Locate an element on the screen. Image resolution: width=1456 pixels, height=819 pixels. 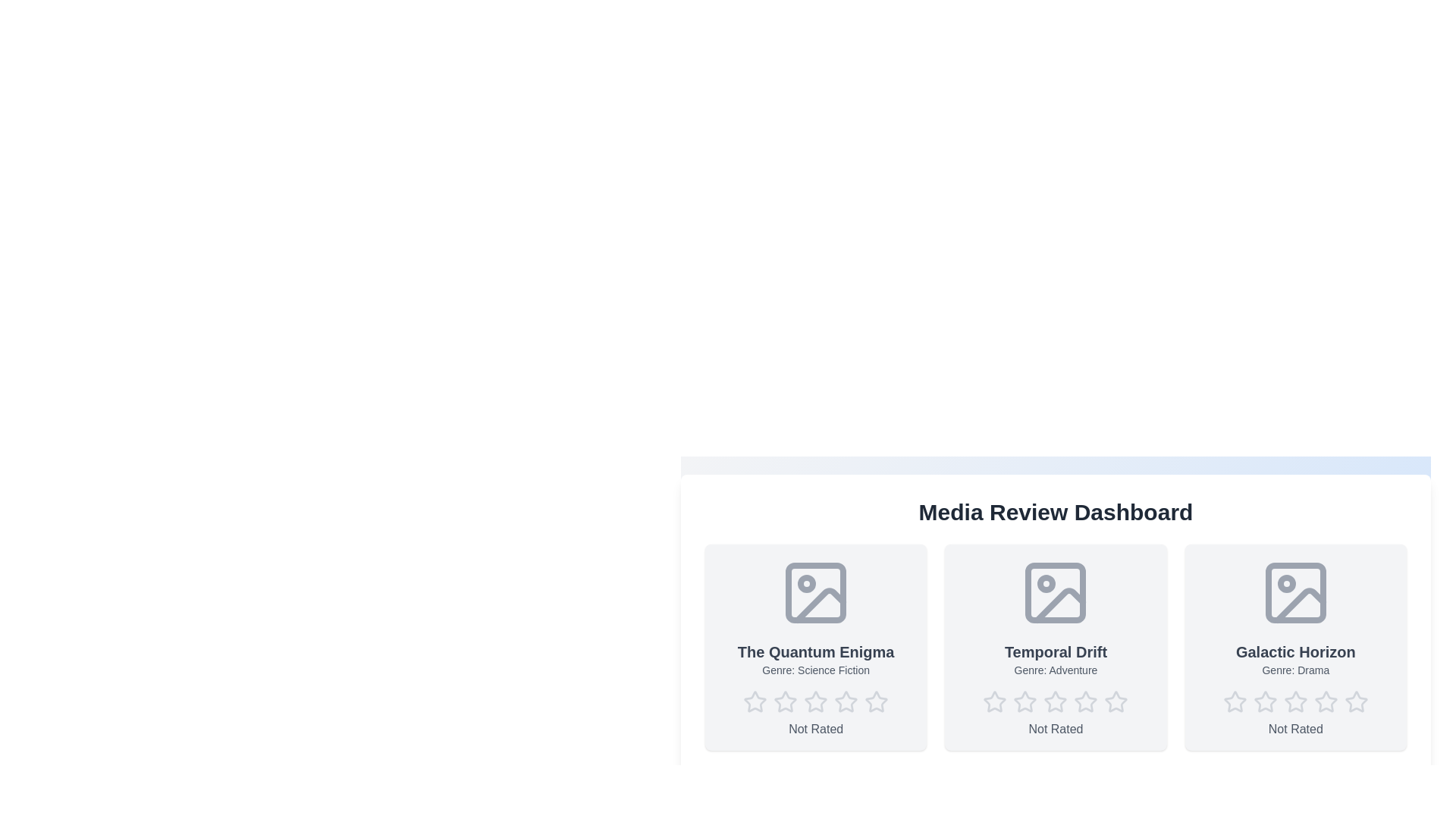
the star corresponding to the desired rating 4 for the media item Galactic Horizon is located at coordinates (1325, 701).